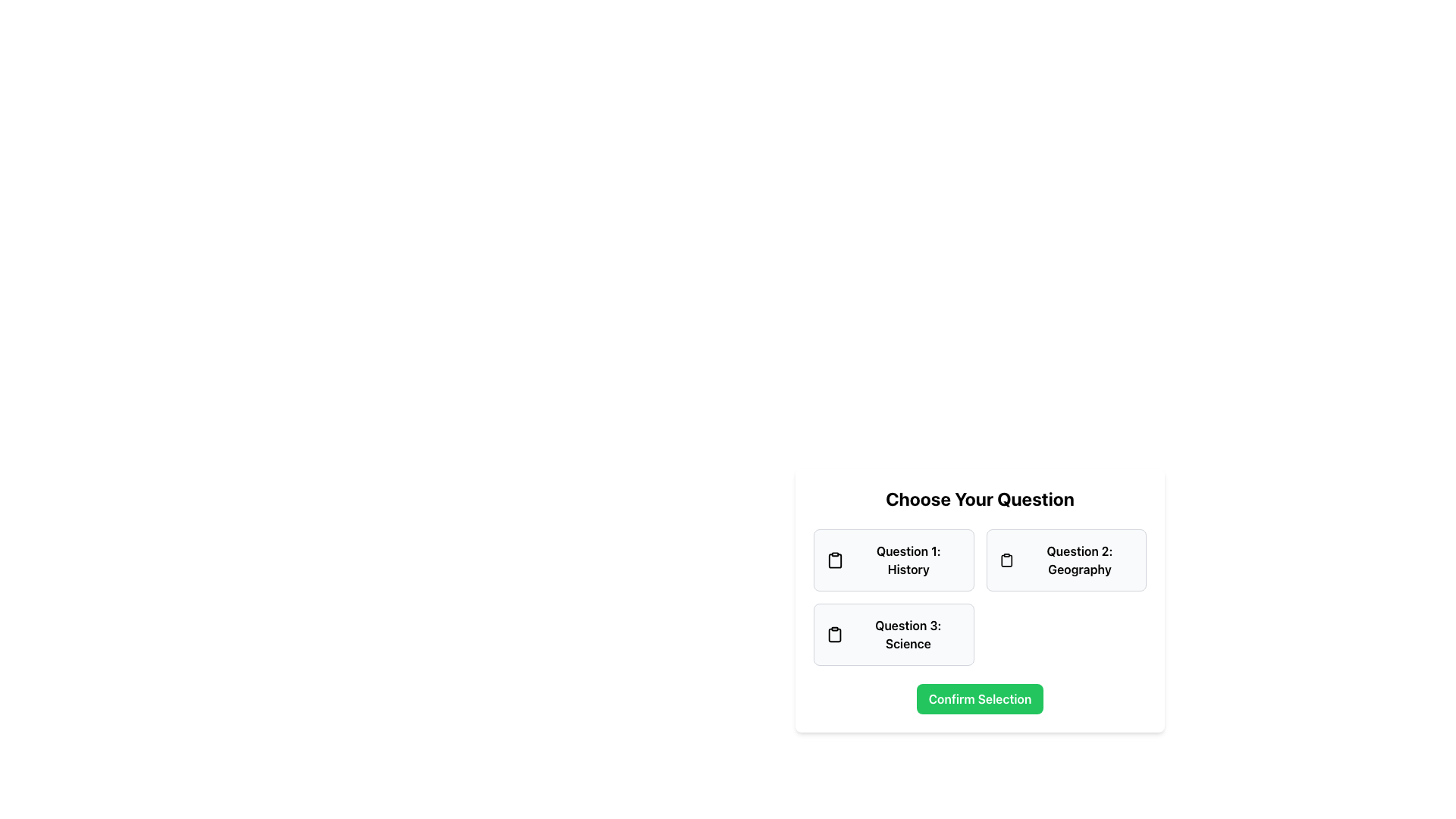 This screenshot has height=819, width=1456. Describe the element at coordinates (893, 635) in the screenshot. I see `the button for 'Question 3: Science' located at the bottom left section of the grid` at that location.